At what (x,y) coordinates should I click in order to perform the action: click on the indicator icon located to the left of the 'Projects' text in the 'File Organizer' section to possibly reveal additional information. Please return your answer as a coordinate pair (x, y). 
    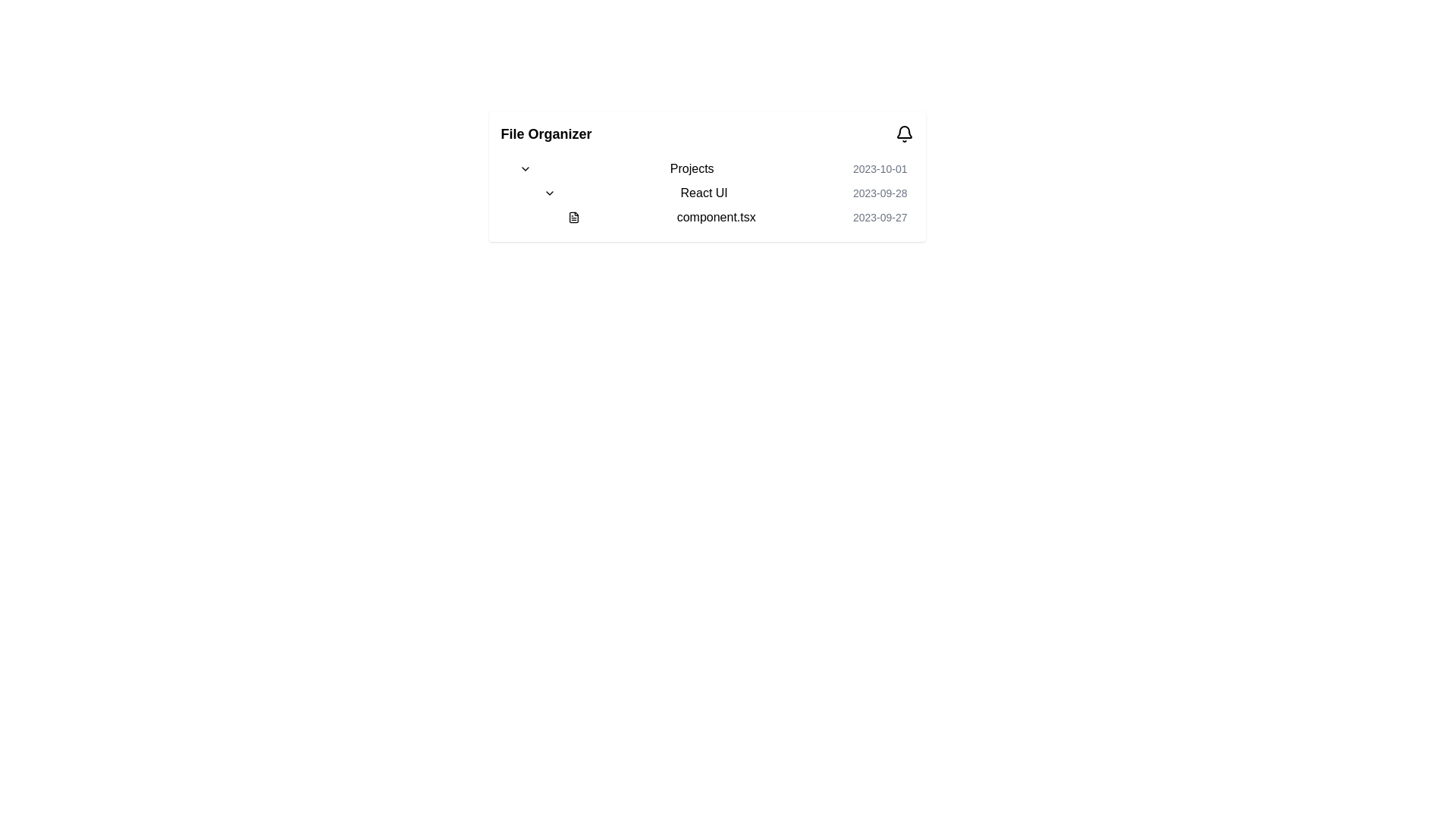
    Looking at the image, I should click on (525, 169).